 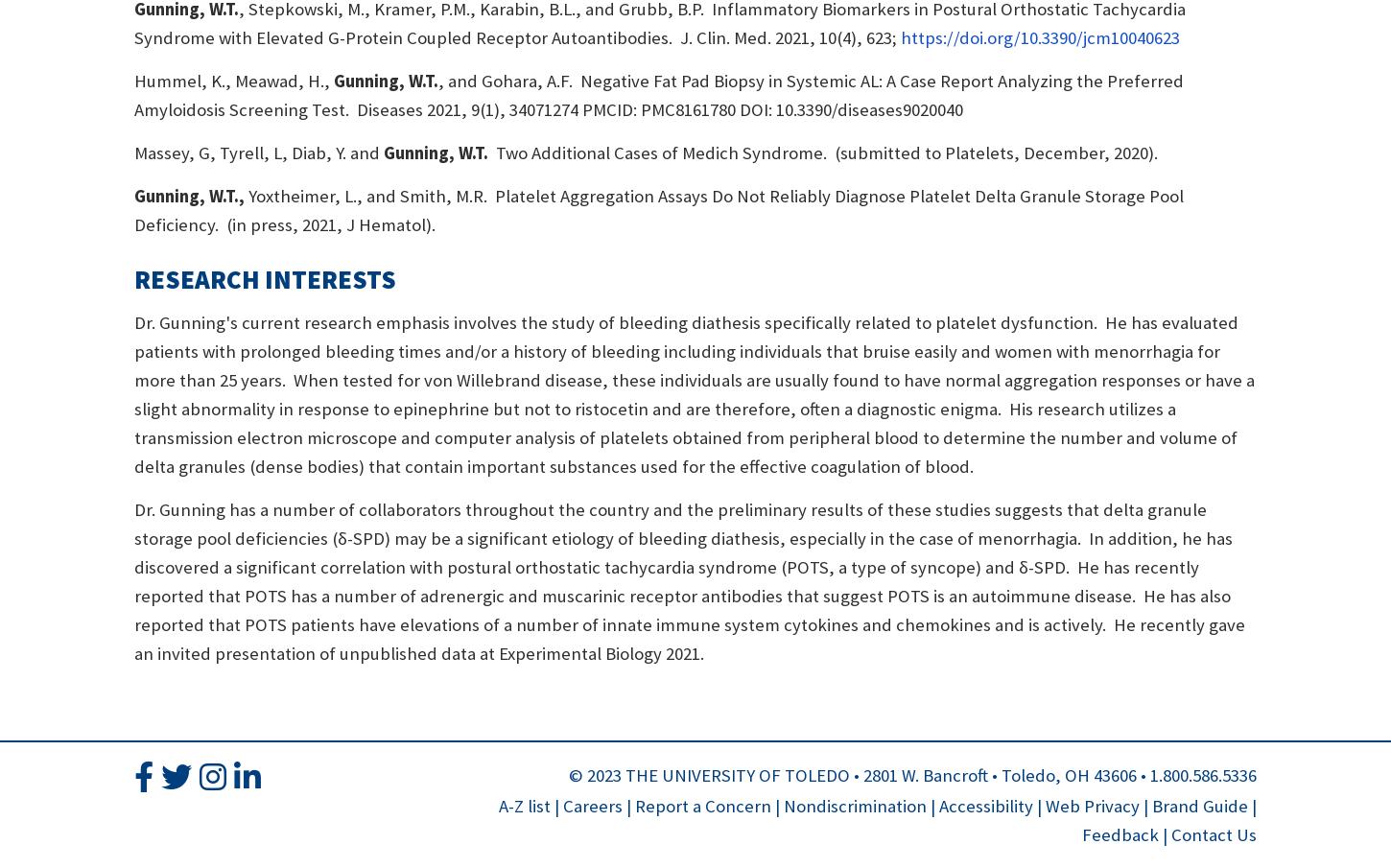 I want to click on 'Research Interests', so click(x=265, y=278).